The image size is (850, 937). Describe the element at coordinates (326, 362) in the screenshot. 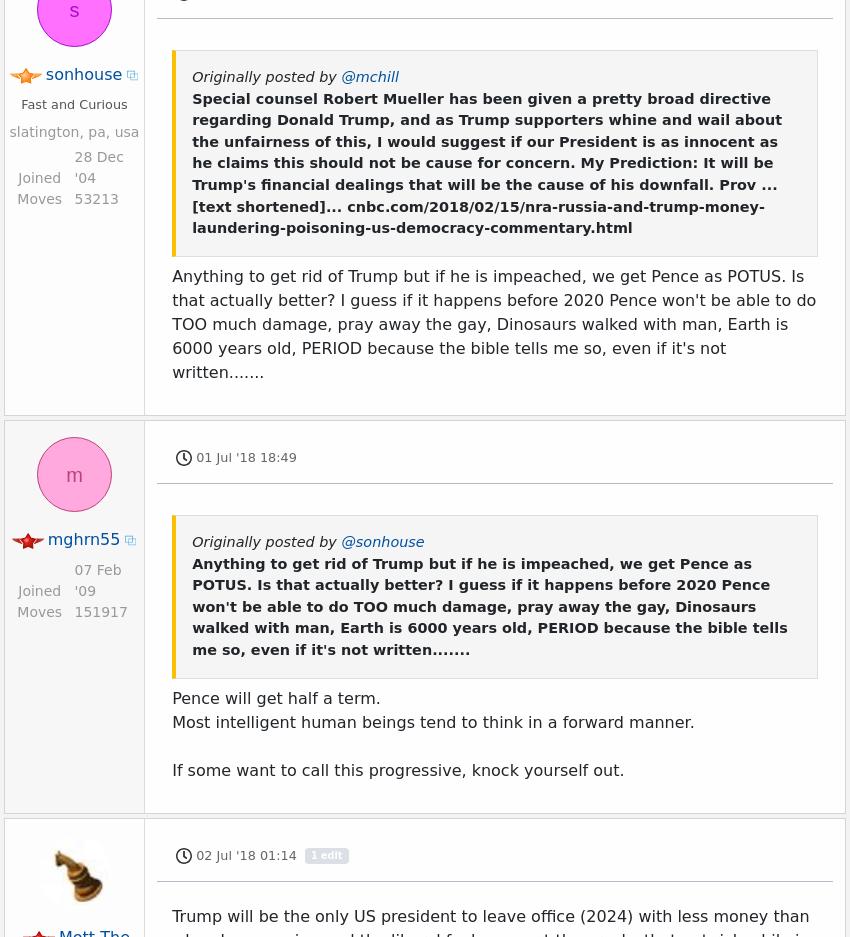

I see `'1 edit'` at that location.